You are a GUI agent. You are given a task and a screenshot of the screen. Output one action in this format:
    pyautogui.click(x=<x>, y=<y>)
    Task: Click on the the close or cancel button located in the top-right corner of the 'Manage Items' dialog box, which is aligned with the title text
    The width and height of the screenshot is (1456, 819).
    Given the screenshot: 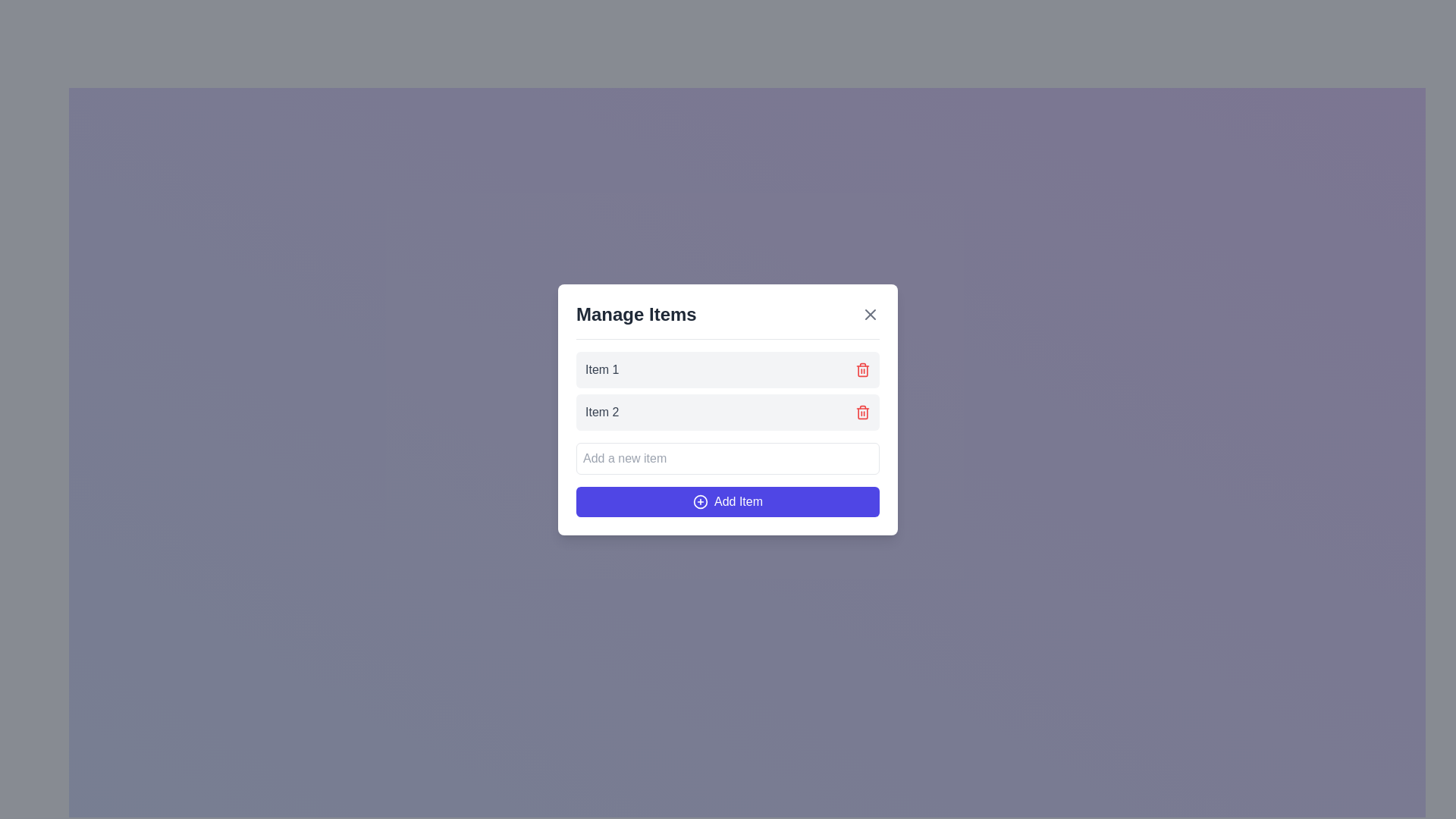 What is the action you would take?
    pyautogui.click(x=870, y=313)
    